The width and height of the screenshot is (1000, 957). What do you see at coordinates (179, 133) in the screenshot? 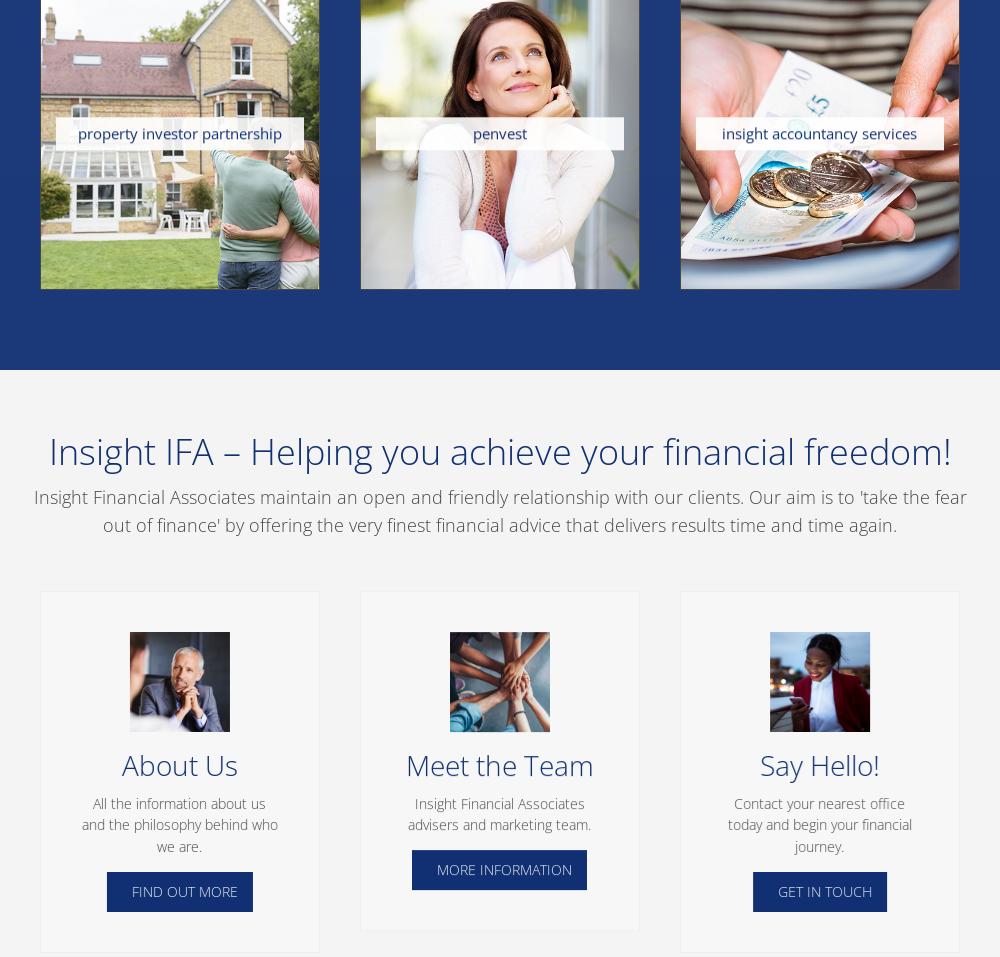
I see `'property investor partnership'` at bounding box center [179, 133].